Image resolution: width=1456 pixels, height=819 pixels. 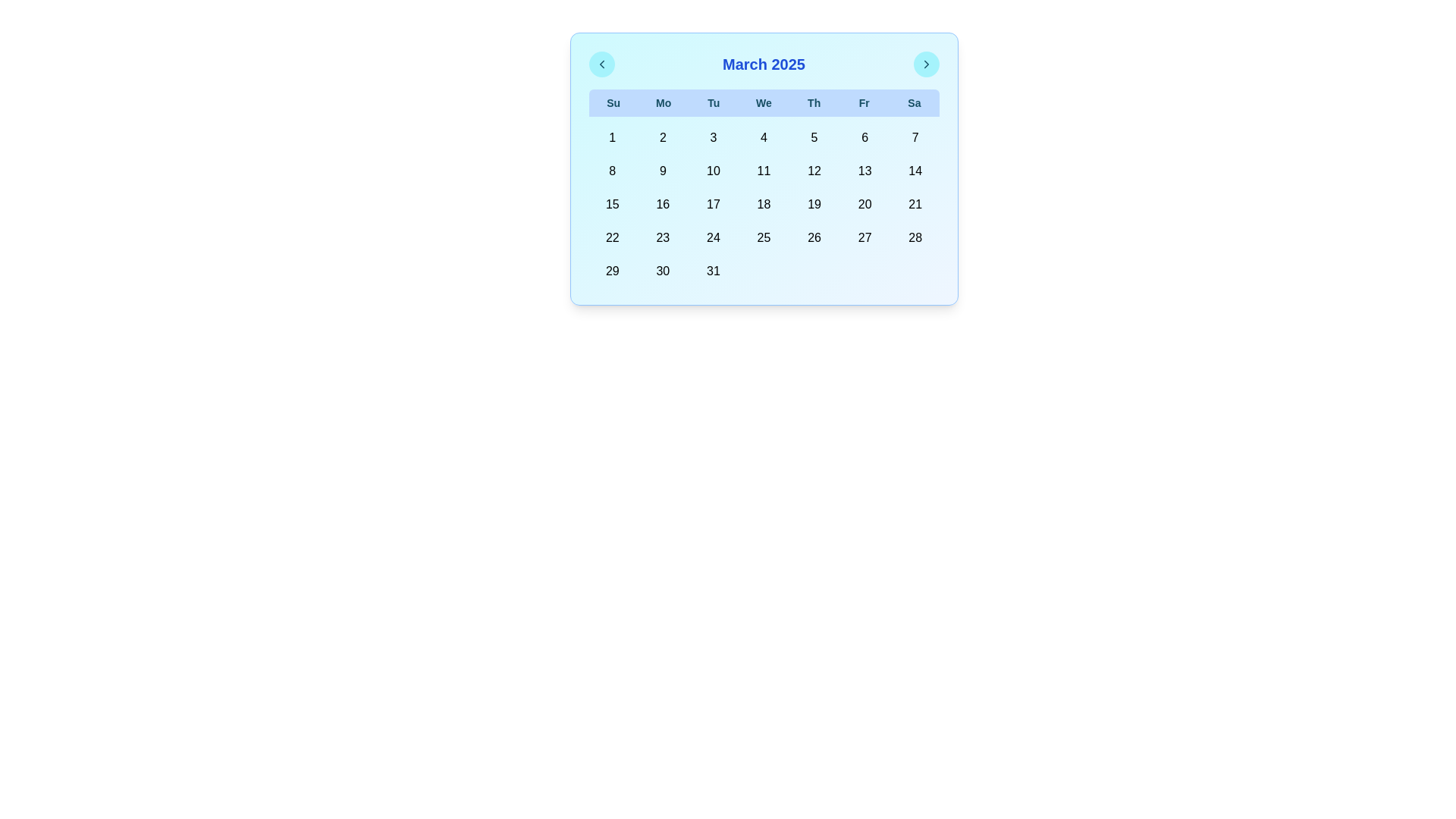 What do you see at coordinates (613, 102) in the screenshot?
I see `the small, bold, cyan-colored text element displaying 'Su' located in the top-left corner of a horizontal grid in the calendar component` at bounding box center [613, 102].